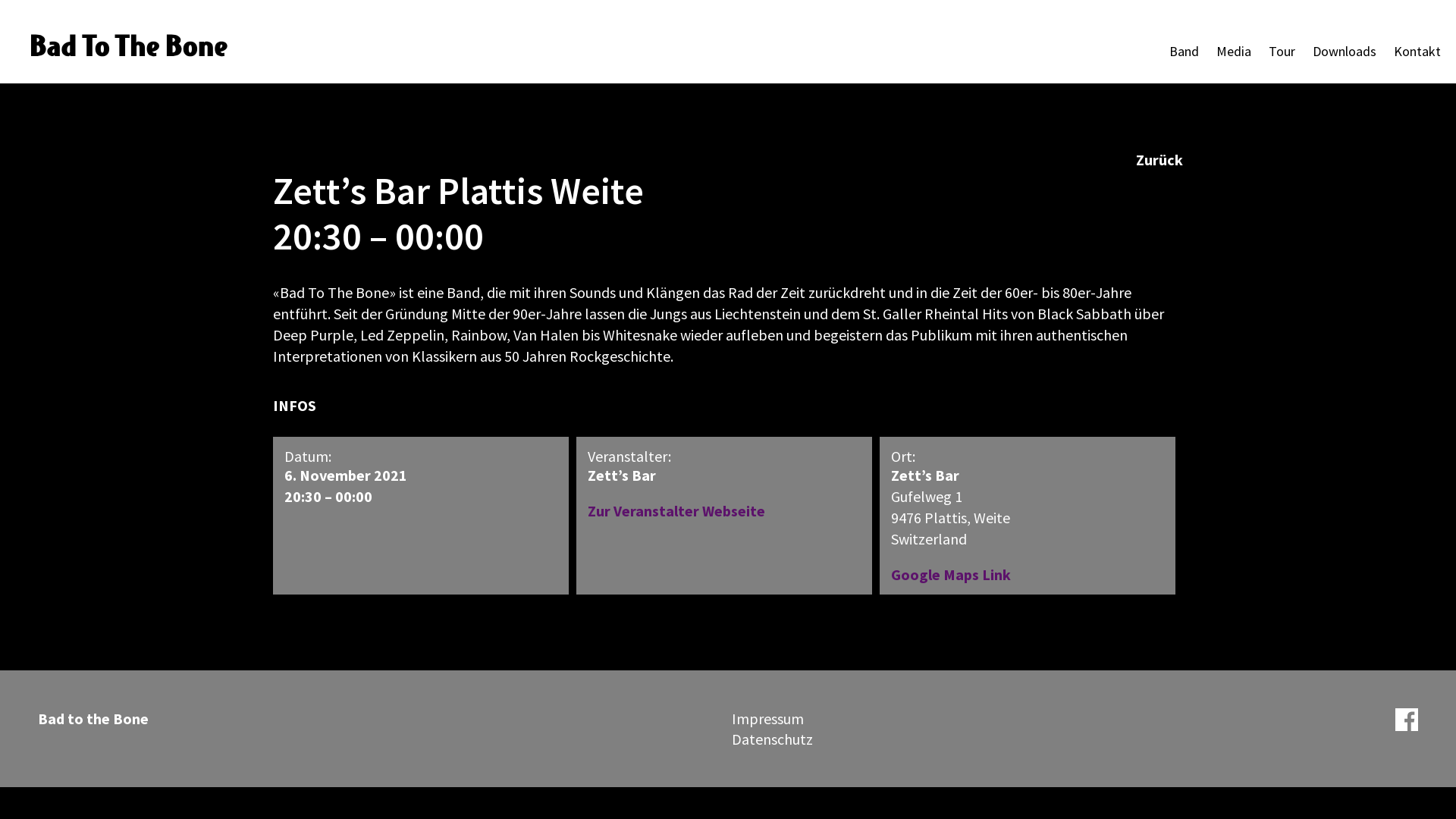 The image size is (1456, 819). Describe the element at coordinates (1269, 51) in the screenshot. I see `'Tour'` at that location.